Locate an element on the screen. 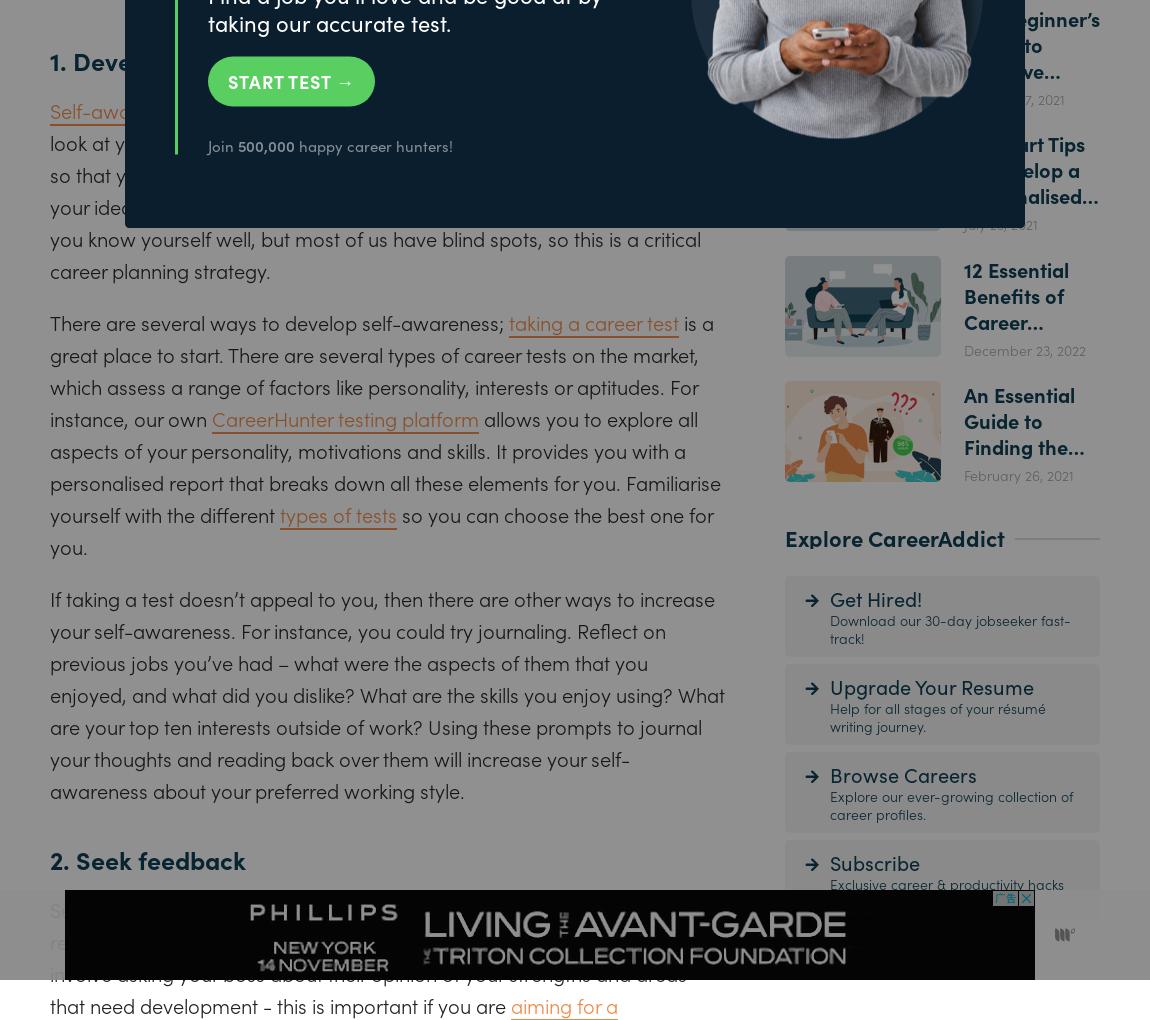 The image size is (1150, 1020). 'Explore our ever-growing collection of career profiles.' is located at coordinates (951, 802).